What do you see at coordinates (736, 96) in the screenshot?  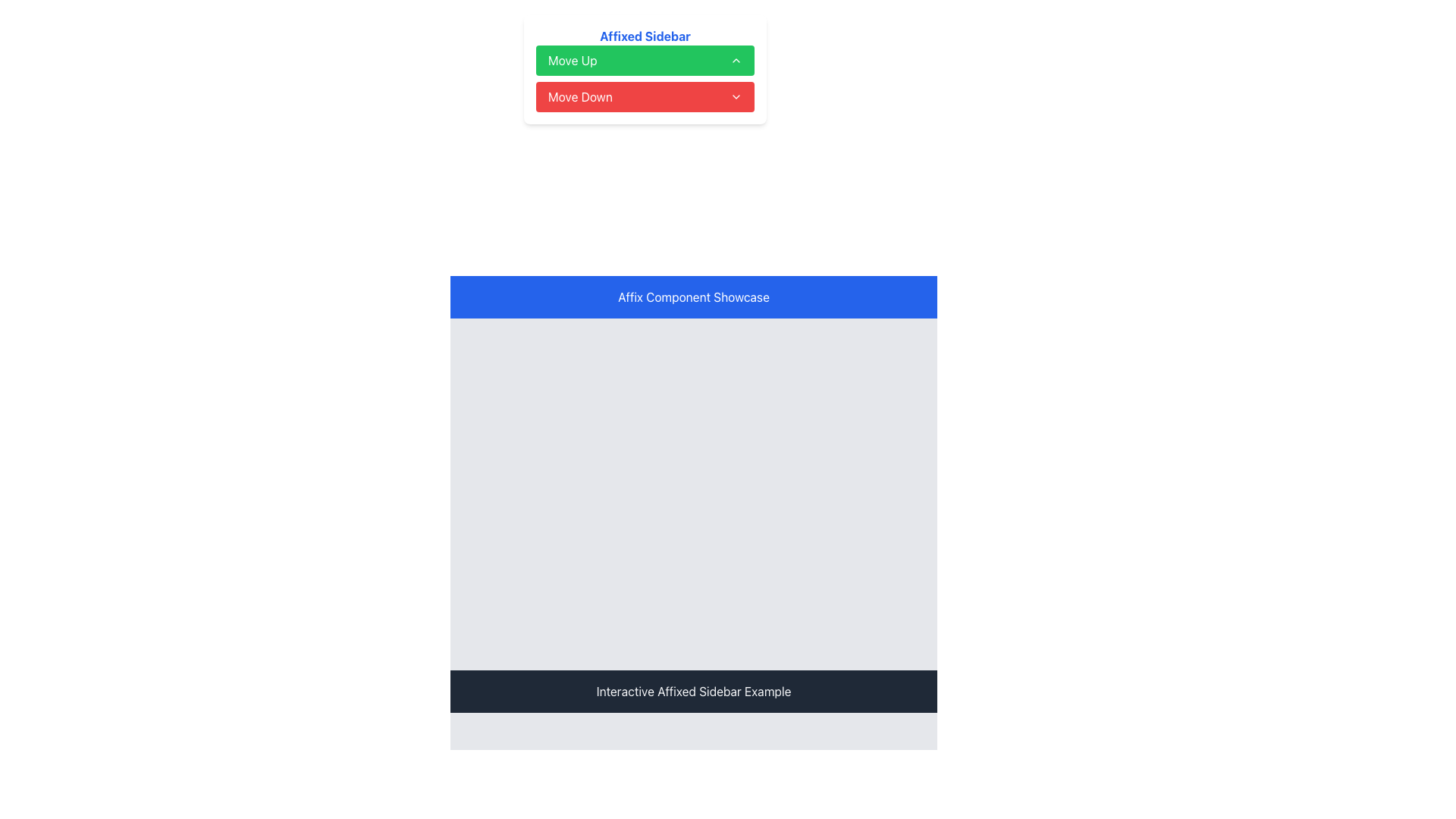 I see `the chevron icon indicating dropdown functionality located to the far-right of the red 'Move Down' button` at bounding box center [736, 96].